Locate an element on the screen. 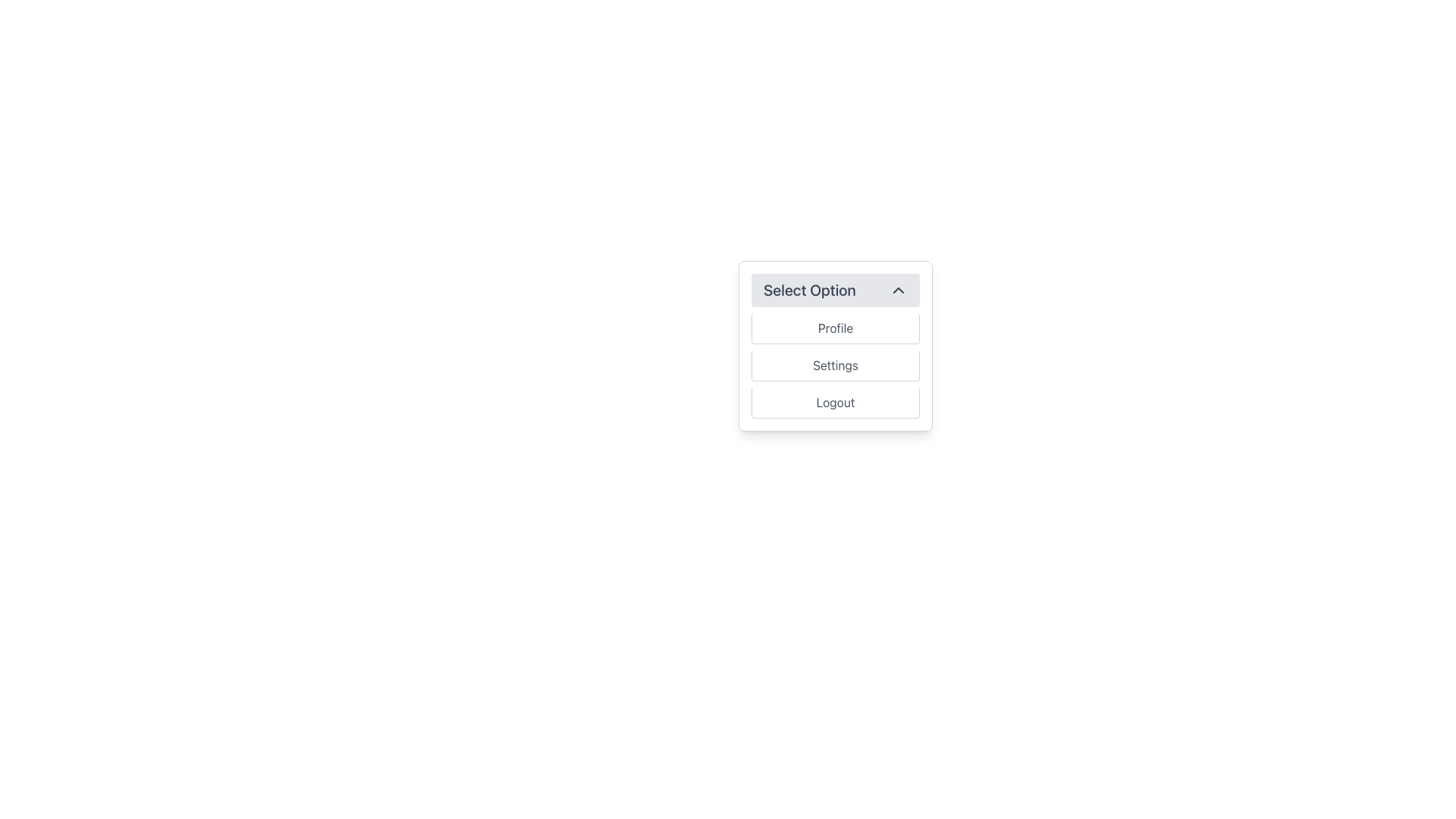  the 'Profile' button, which is the first button in the drop-down menu is located at coordinates (835, 328).